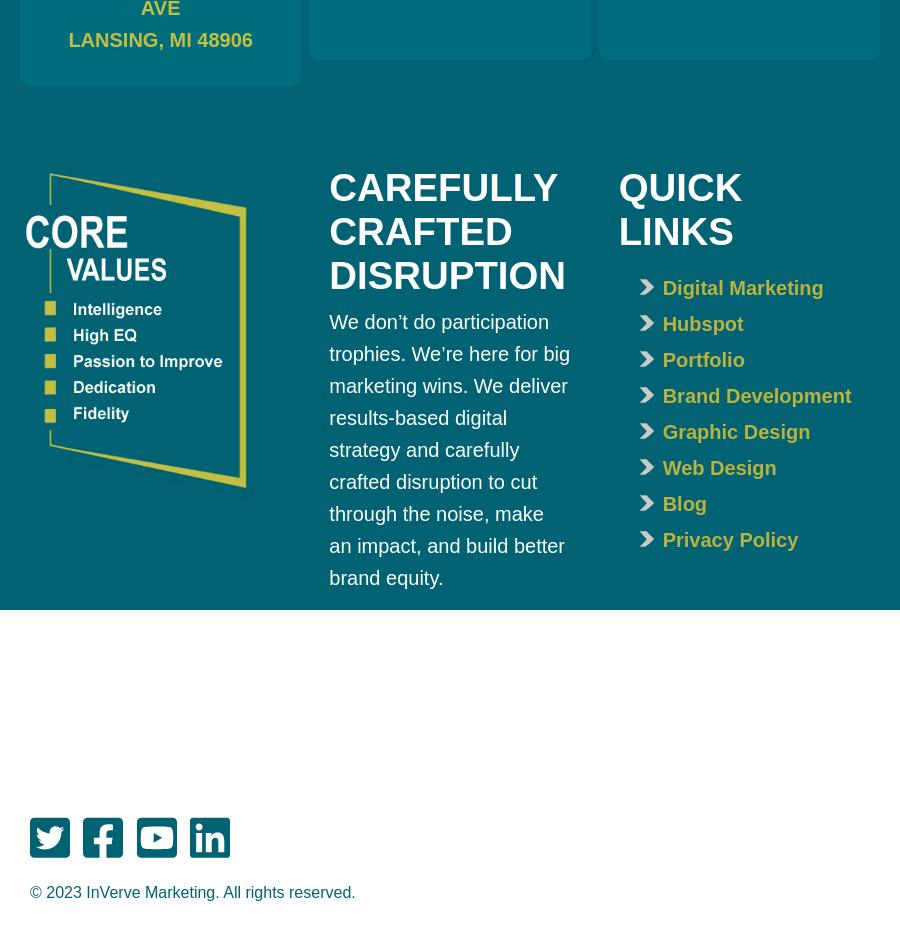  Describe the element at coordinates (755, 395) in the screenshot. I see `'Brand Development'` at that location.